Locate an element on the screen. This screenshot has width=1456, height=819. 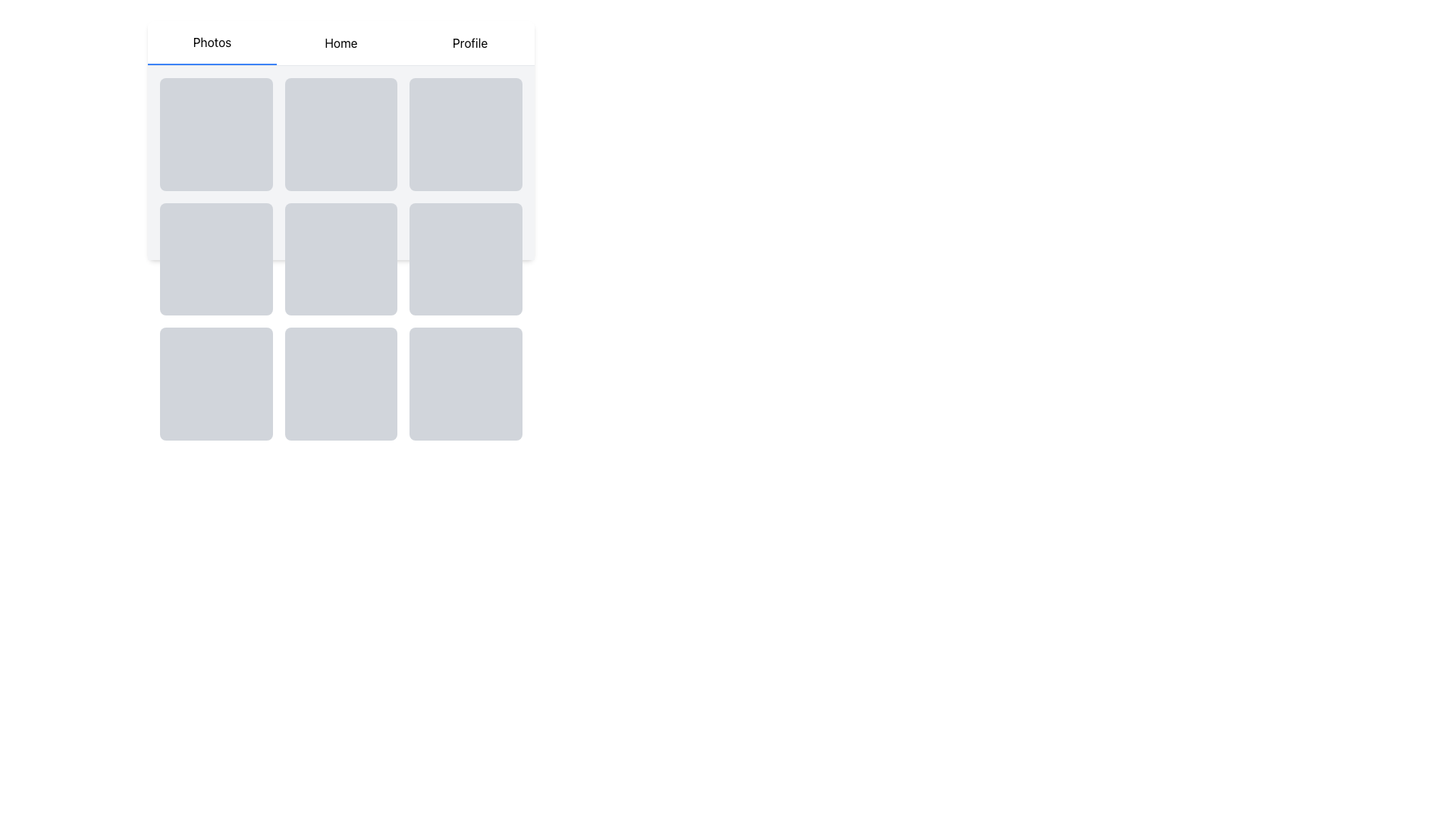
the light gray, rounded-corner placeholder box located in the second row and third column of the grid layout is located at coordinates (465, 259).